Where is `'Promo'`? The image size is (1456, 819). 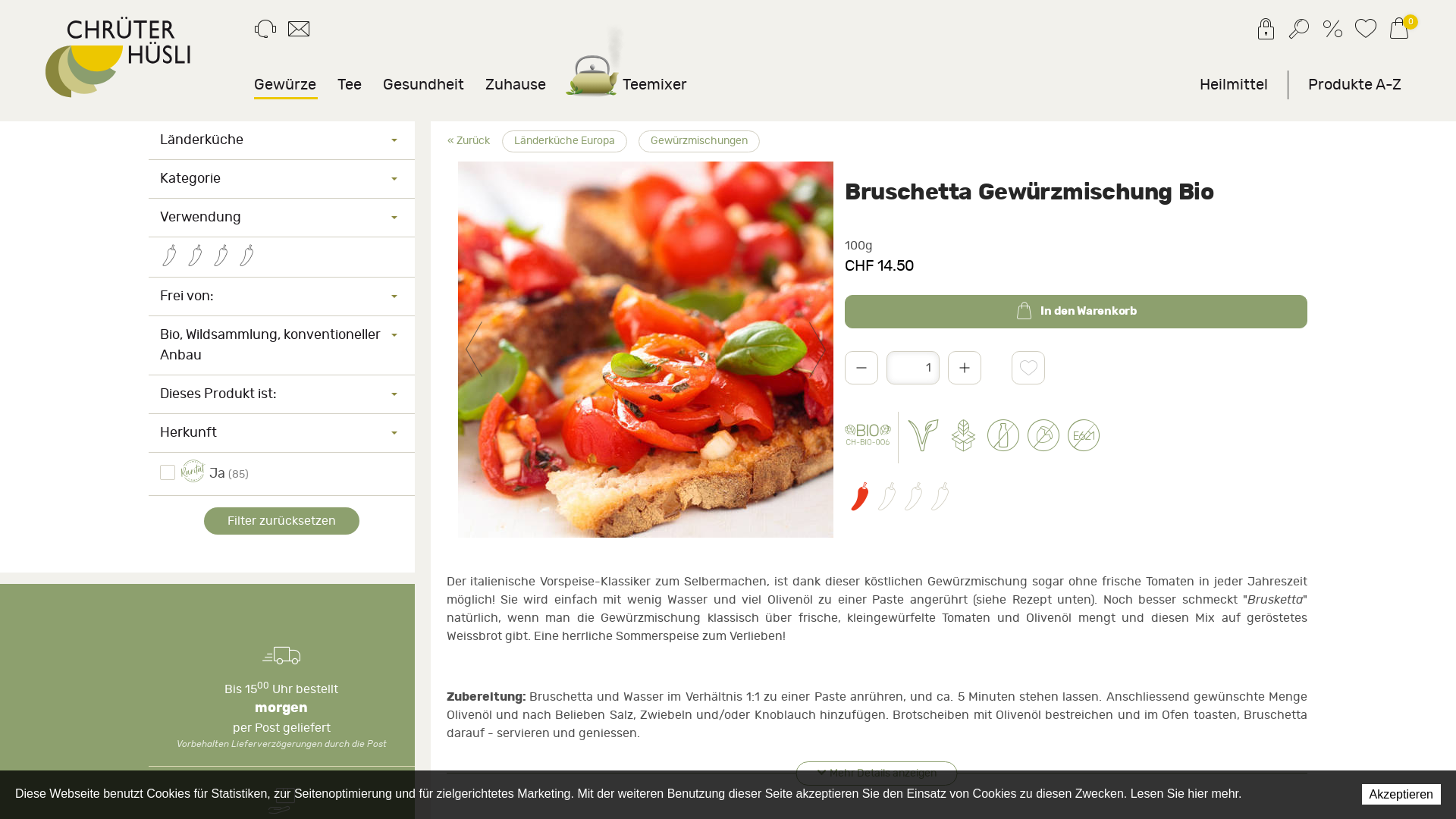
'Promo' is located at coordinates (1320, 32).